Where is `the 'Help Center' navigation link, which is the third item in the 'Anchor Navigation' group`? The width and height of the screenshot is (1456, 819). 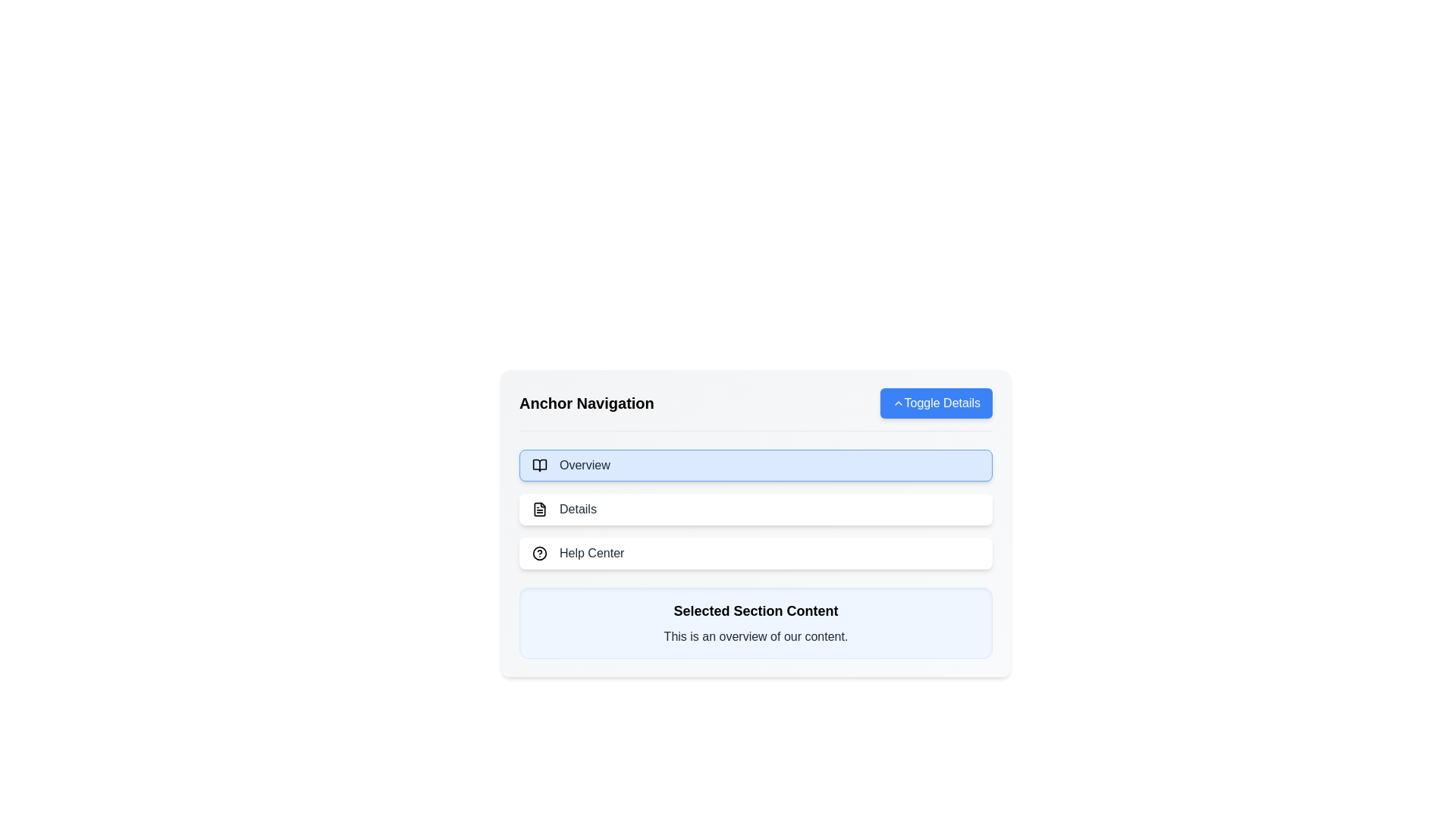 the 'Help Center' navigation link, which is the third item in the 'Anchor Navigation' group is located at coordinates (756, 553).